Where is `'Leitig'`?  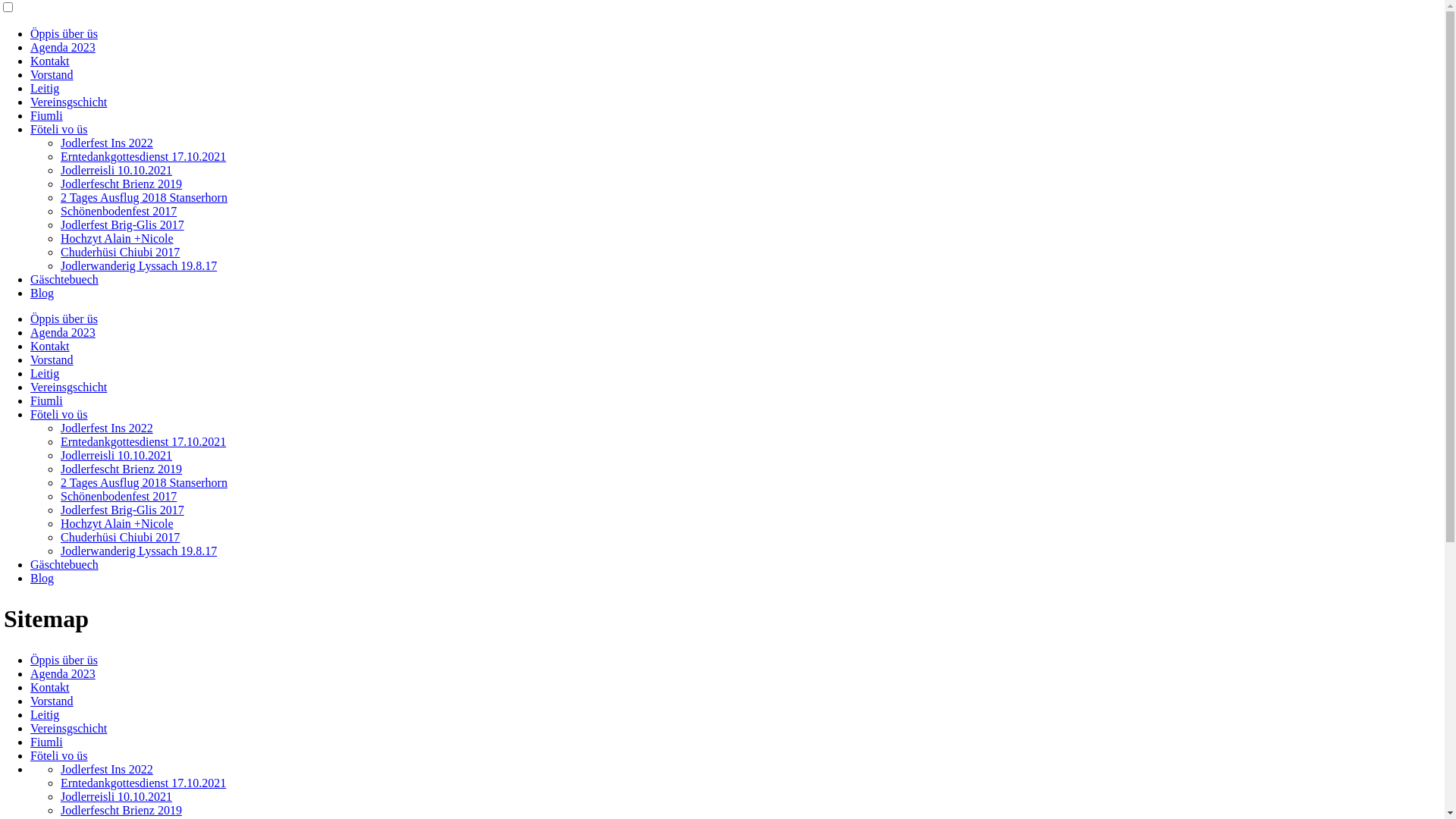 'Leitig' is located at coordinates (44, 714).